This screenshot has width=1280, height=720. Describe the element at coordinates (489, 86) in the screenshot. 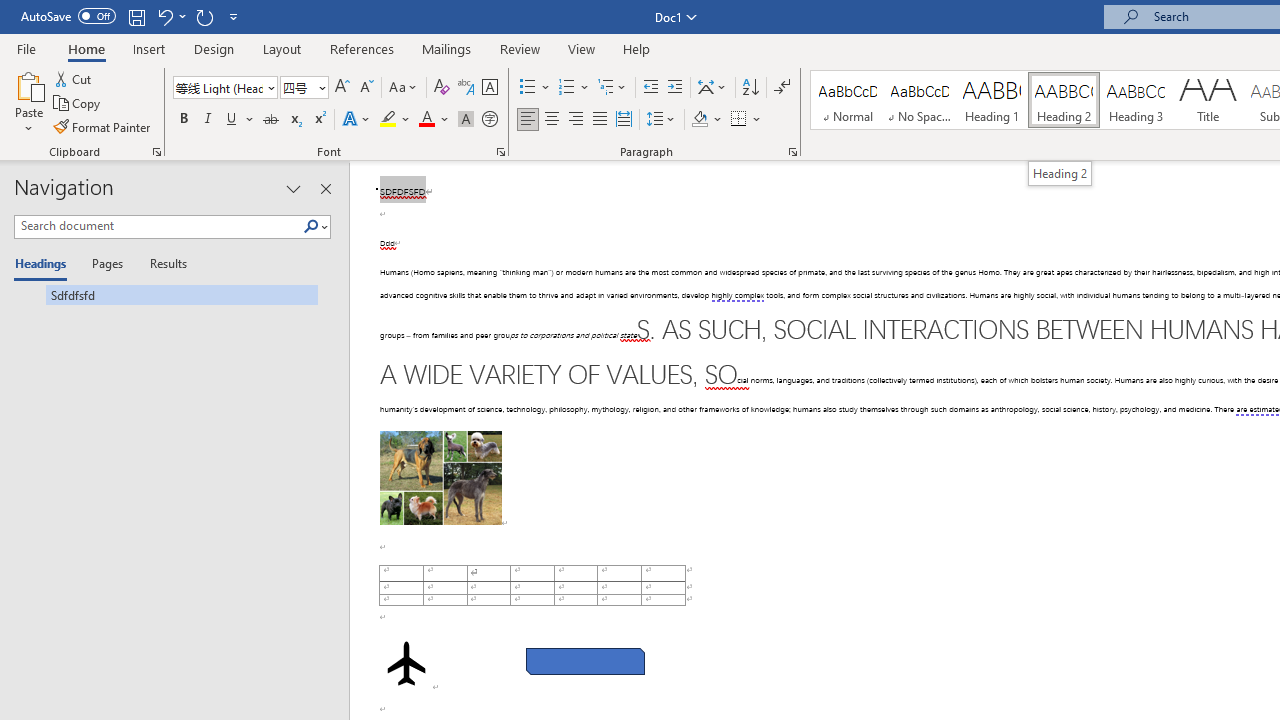

I see `'Character Border'` at that location.